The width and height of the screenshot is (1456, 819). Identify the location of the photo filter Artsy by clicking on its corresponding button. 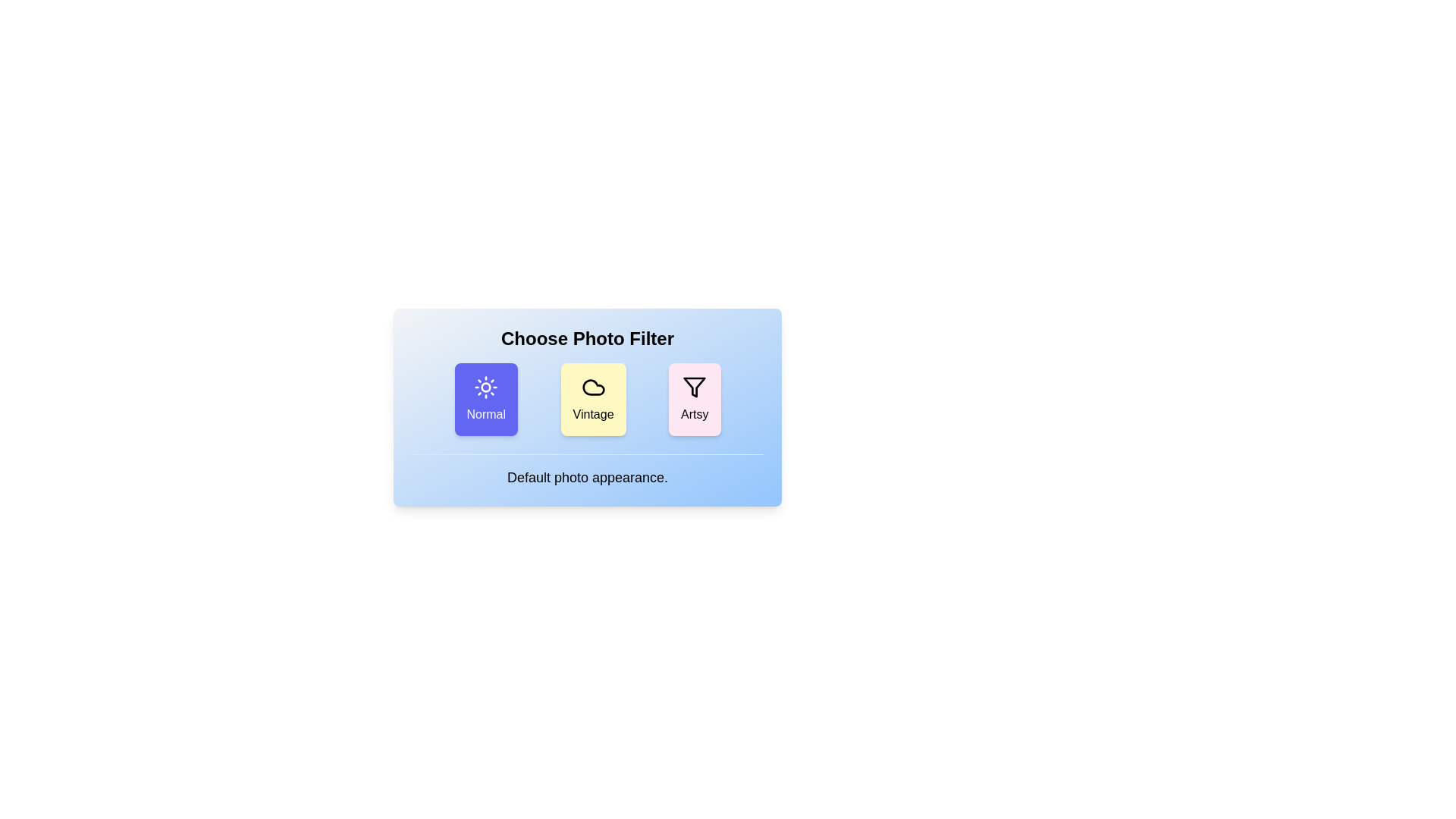
(694, 399).